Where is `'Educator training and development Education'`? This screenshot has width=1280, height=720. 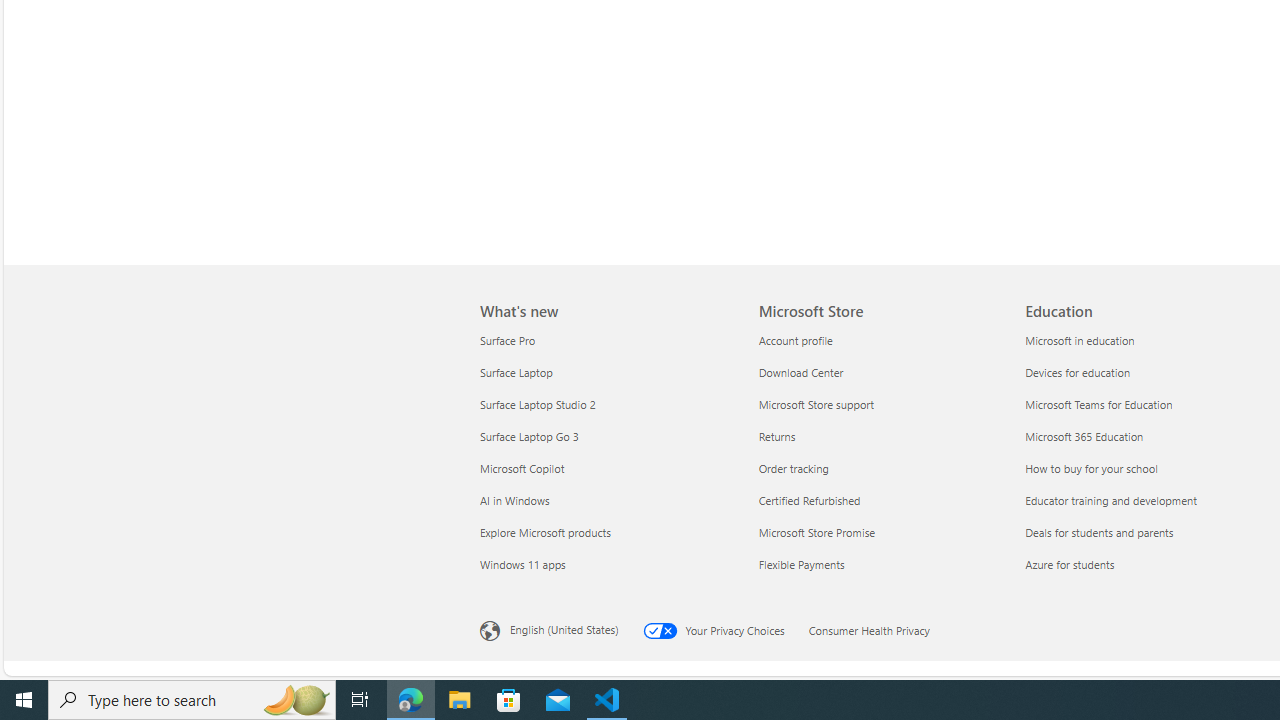 'Educator training and development Education' is located at coordinates (1110, 499).